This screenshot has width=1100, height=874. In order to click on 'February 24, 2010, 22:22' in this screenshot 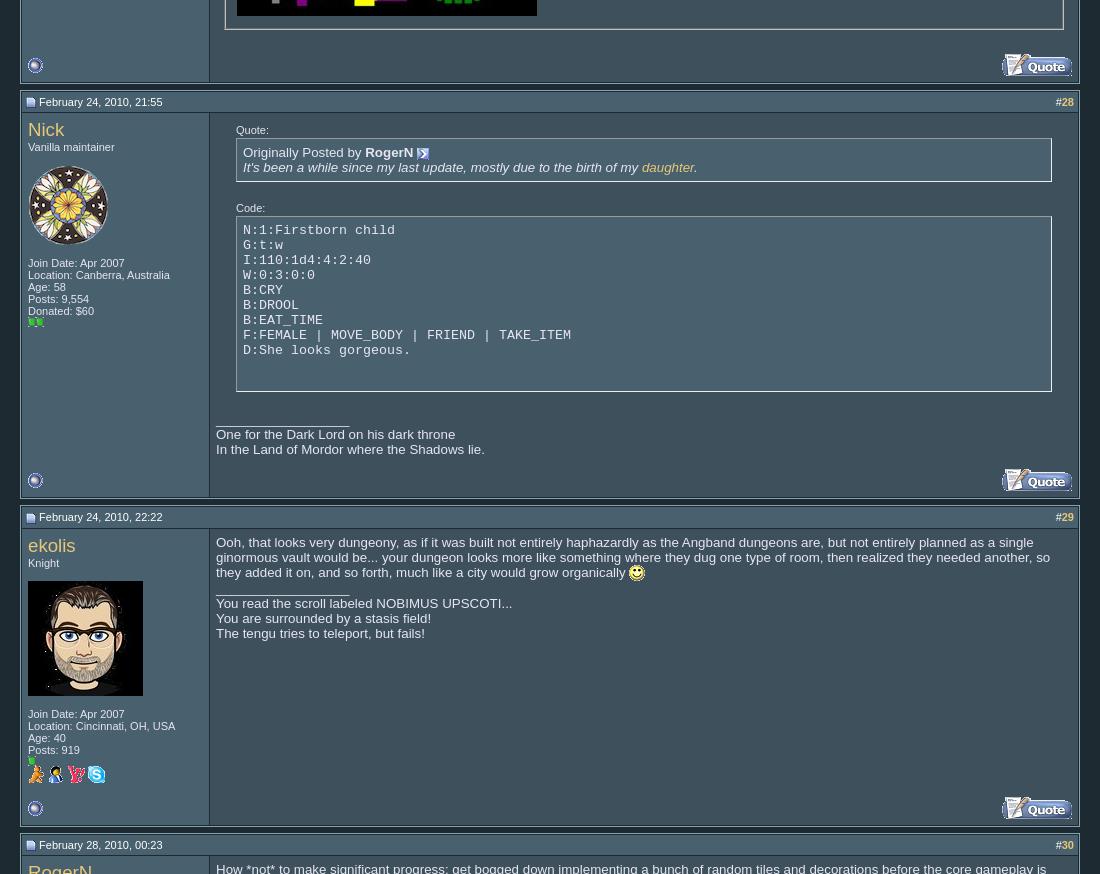, I will do `click(99, 516)`.